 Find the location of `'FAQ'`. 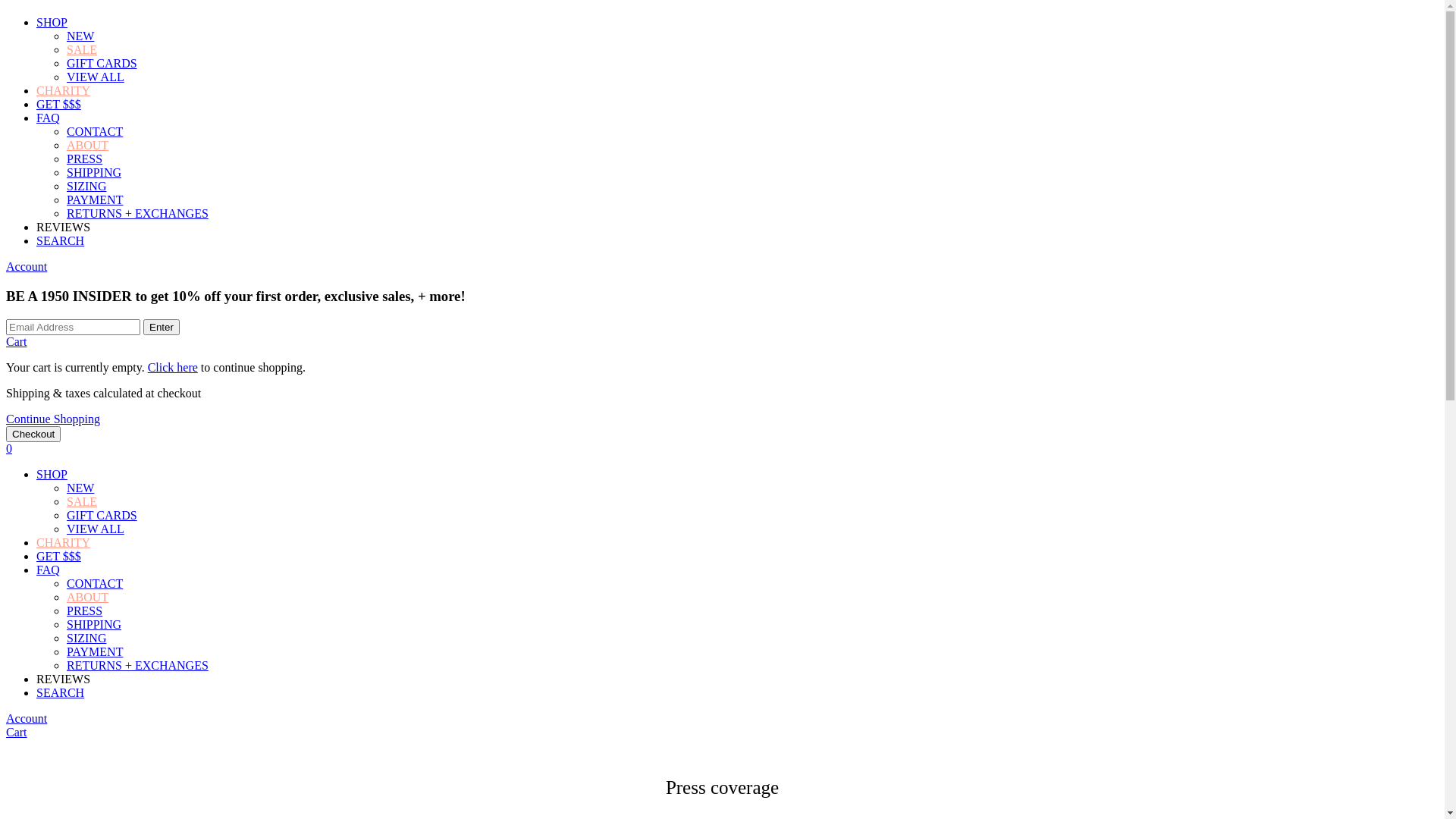

'FAQ' is located at coordinates (48, 570).